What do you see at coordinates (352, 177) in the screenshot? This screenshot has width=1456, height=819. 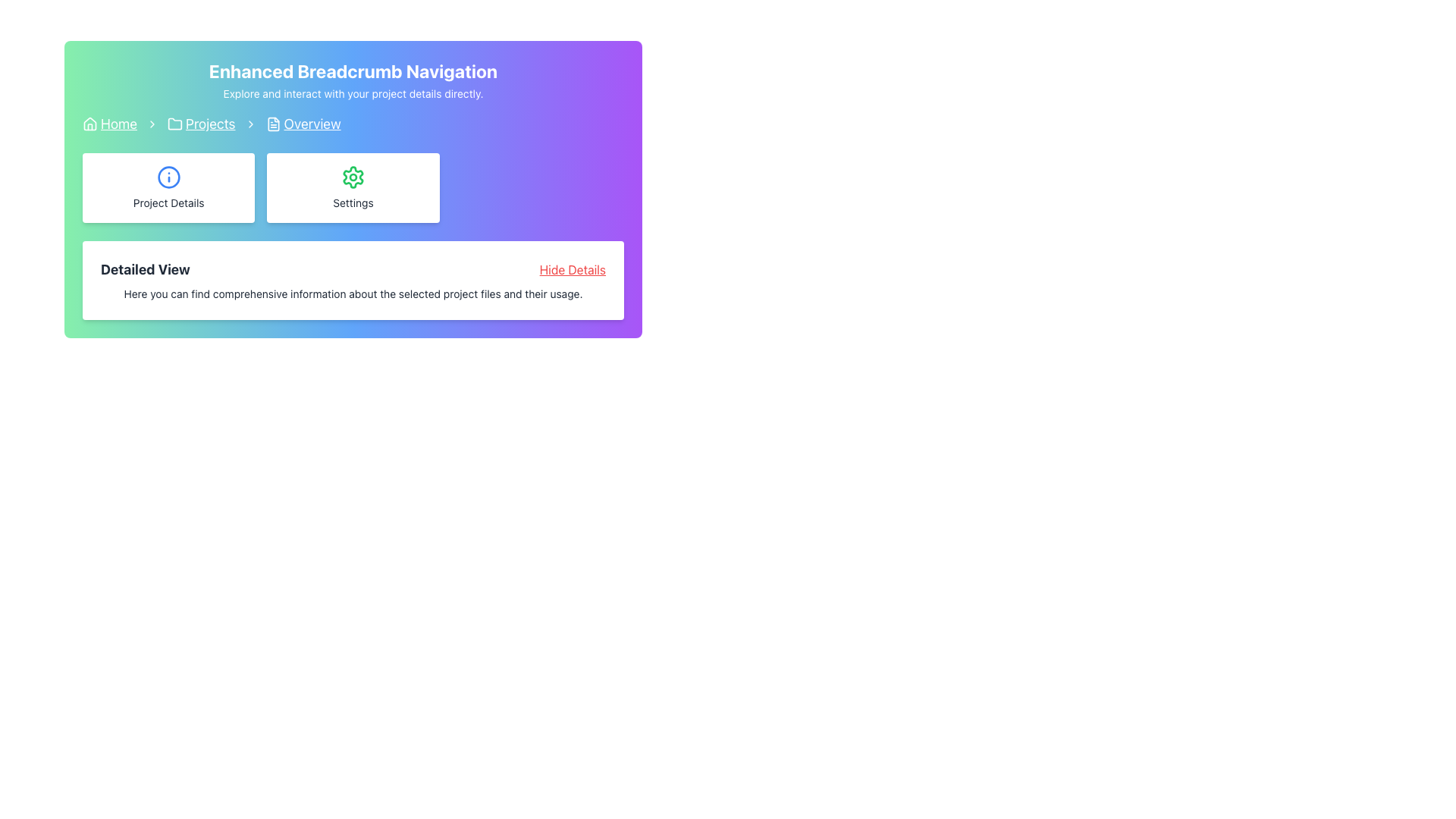 I see `the green gear-like icon in the upper section of the interface` at bounding box center [352, 177].